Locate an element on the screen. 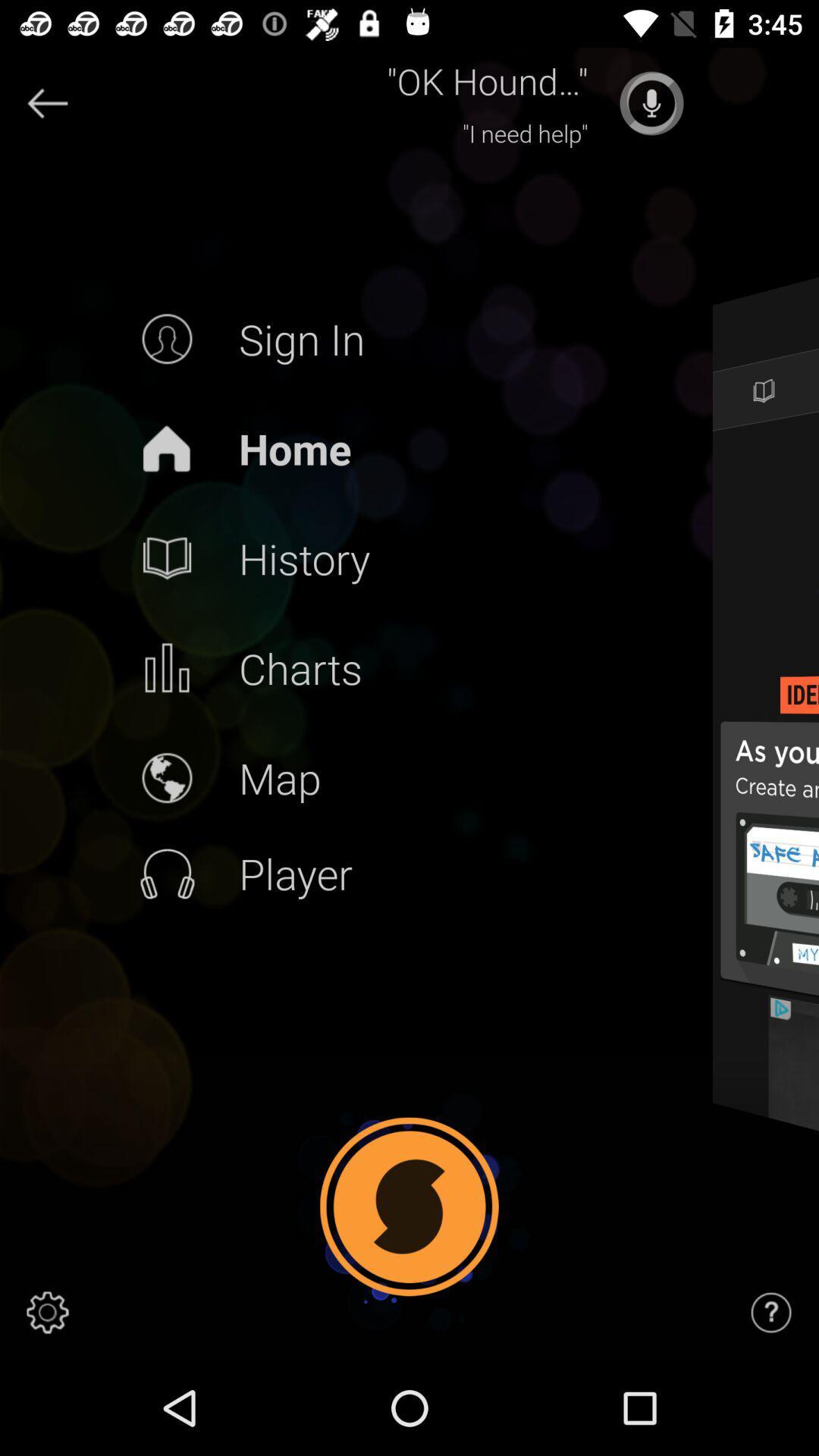 The image size is (819, 1456). help is located at coordinates (771, 1312).